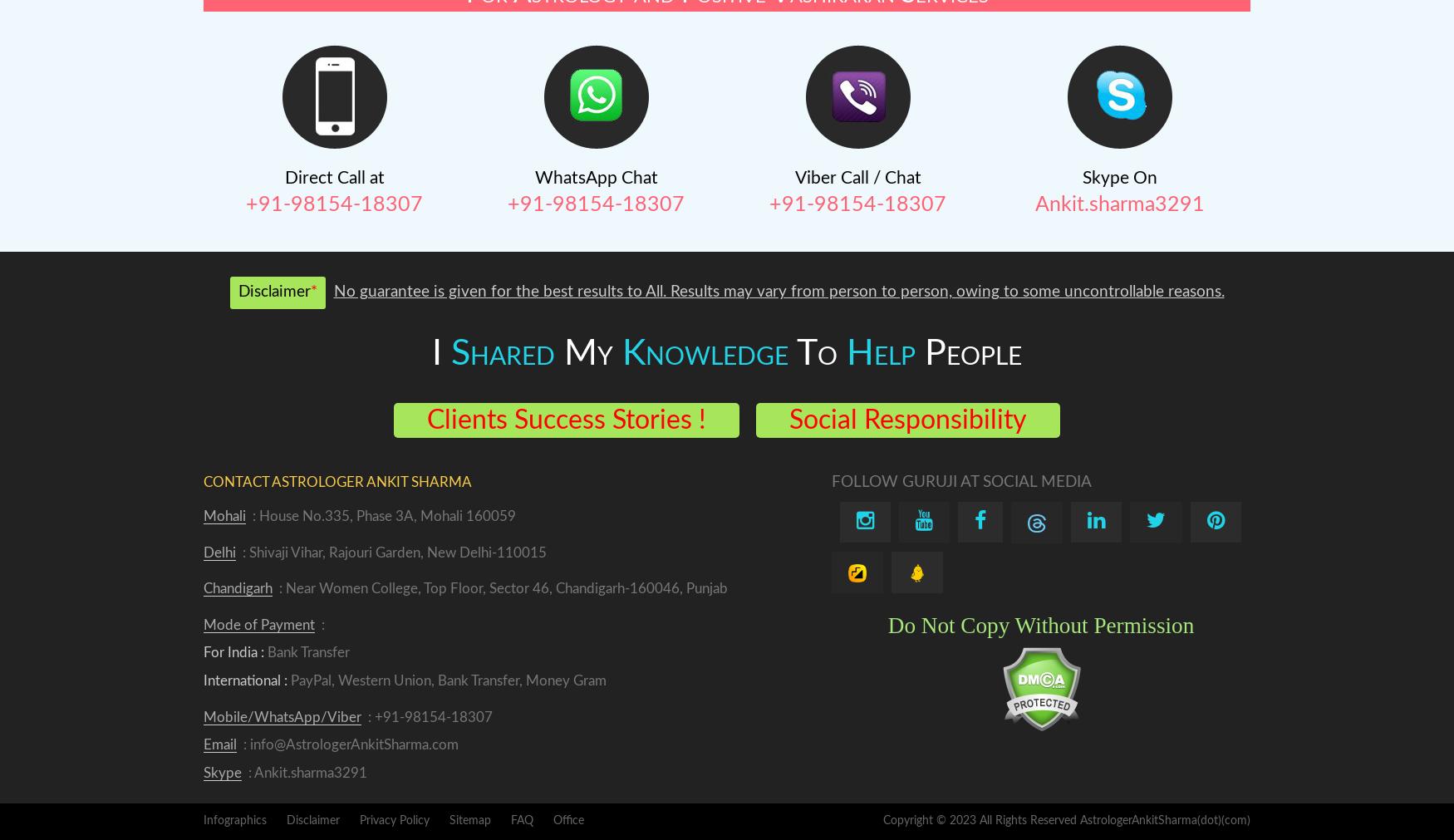 Image resolution: width=1454 pixels, height=840 pixels. Describe the element at coordinates (306, 772) in the screenshot. I see `': Ankit.sharma3291'` at that location.